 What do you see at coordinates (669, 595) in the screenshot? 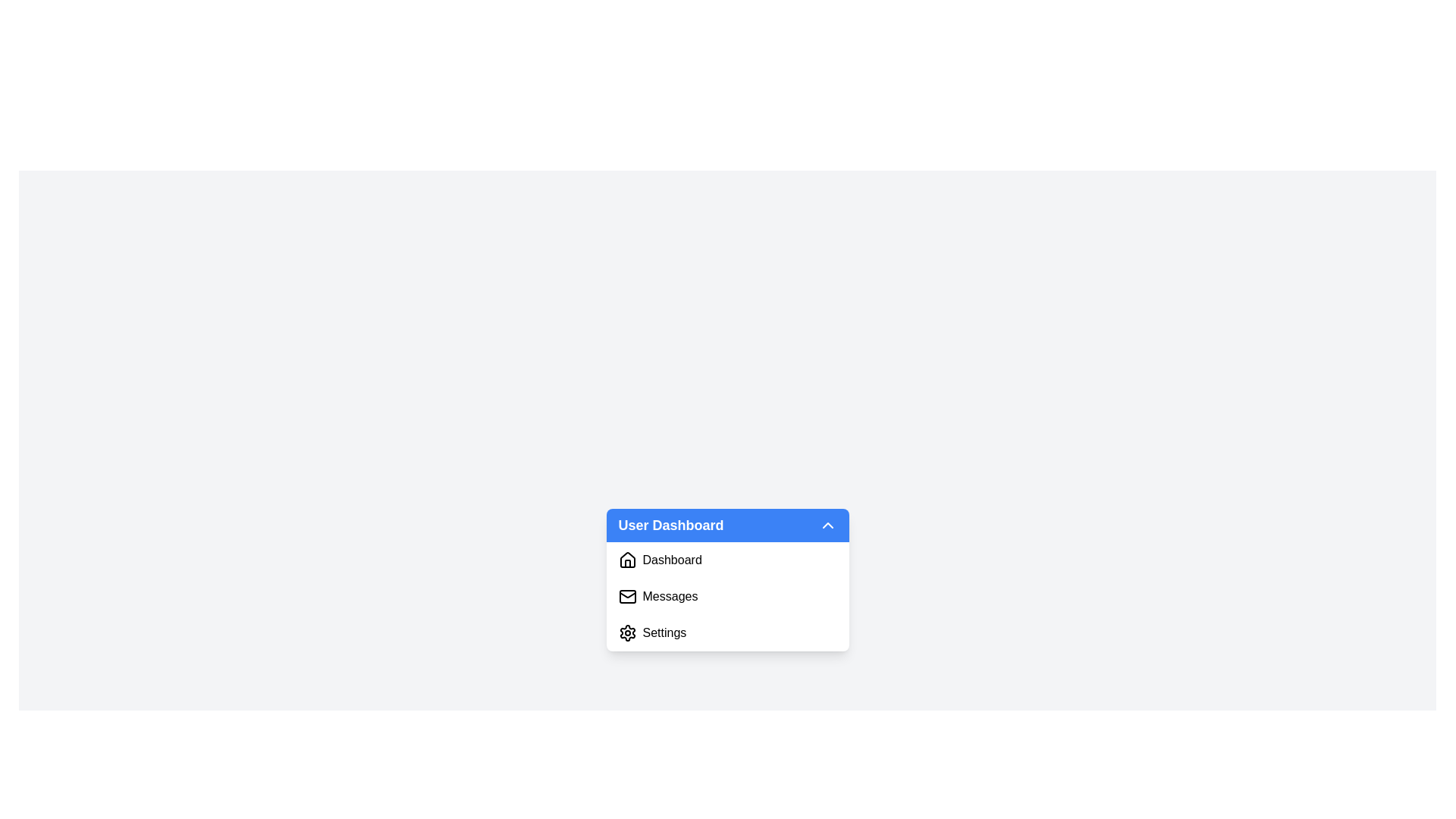
I see `the 'Messages' text label in the user interface menu` at bounding box center [669, 595].